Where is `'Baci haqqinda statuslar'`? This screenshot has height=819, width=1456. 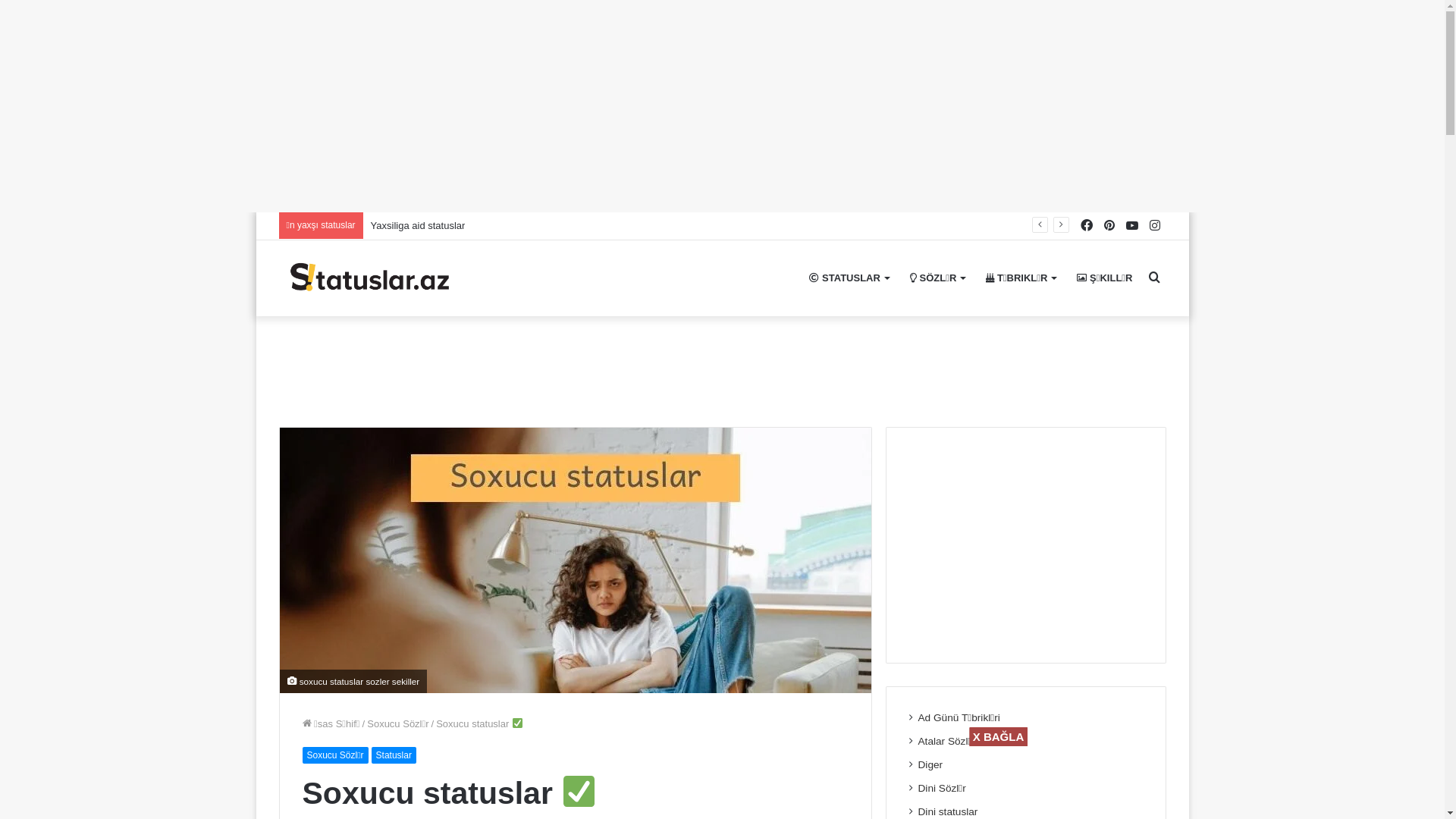
'Baci haqqinda statuslar' is located at coordinates (422, 225).